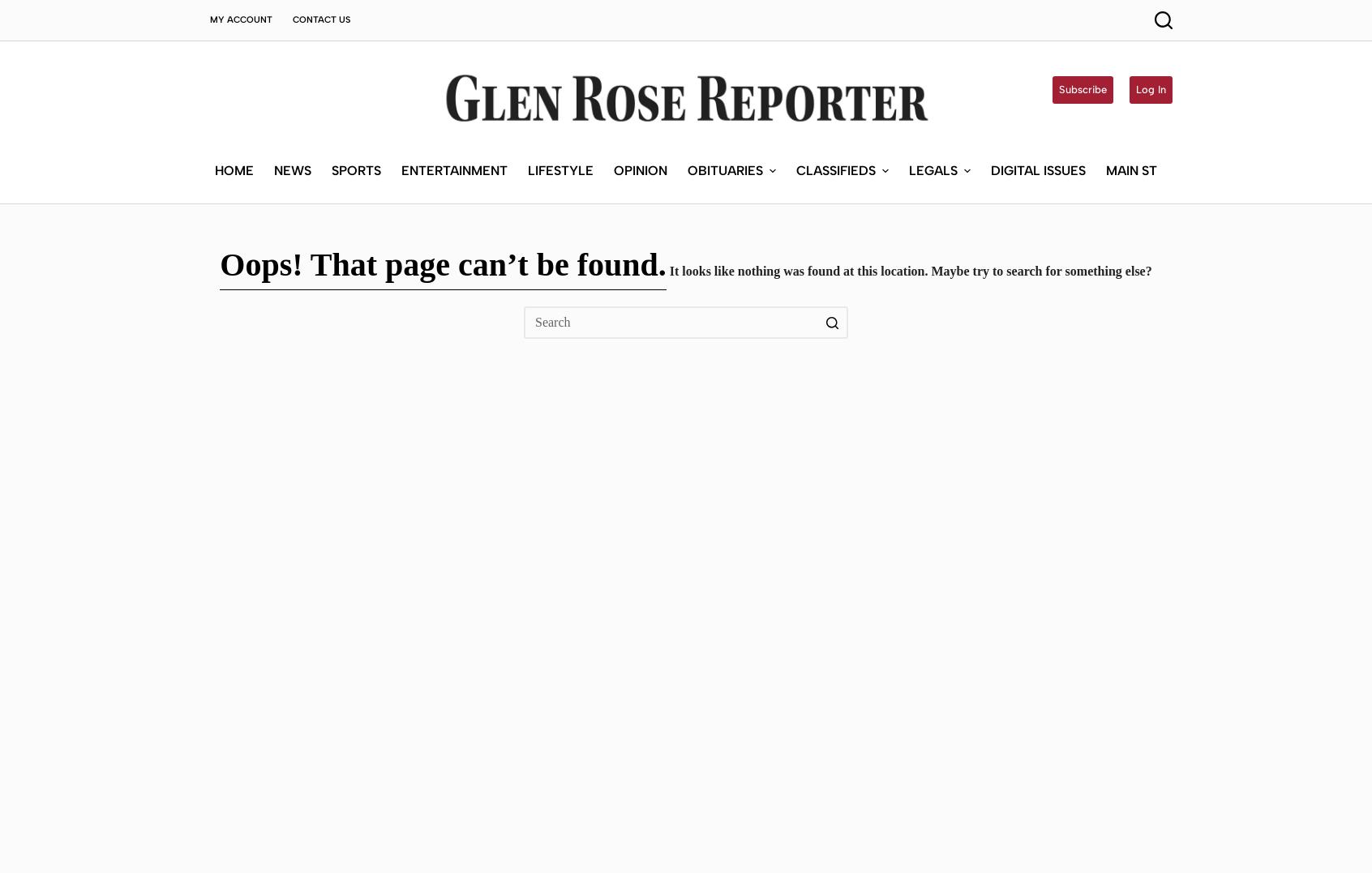 This screenshot has height=873, width=1372. Describe the element at coordinates (741, 109) in the screenshot. I see `'Submit an Obituary'` at that location.